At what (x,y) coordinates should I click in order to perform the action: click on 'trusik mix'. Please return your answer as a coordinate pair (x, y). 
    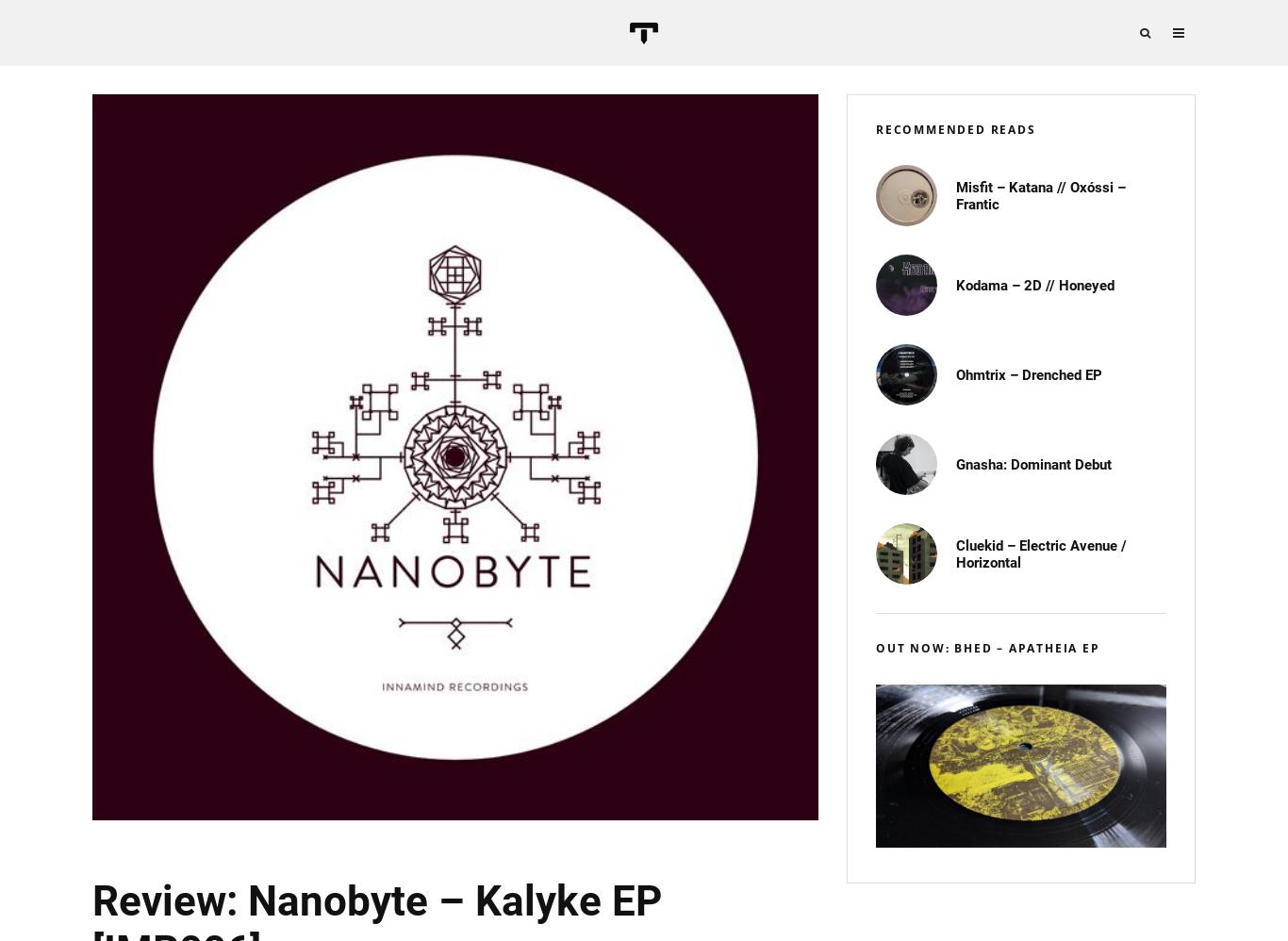
    Looking at the image, I should click on (100, 518).